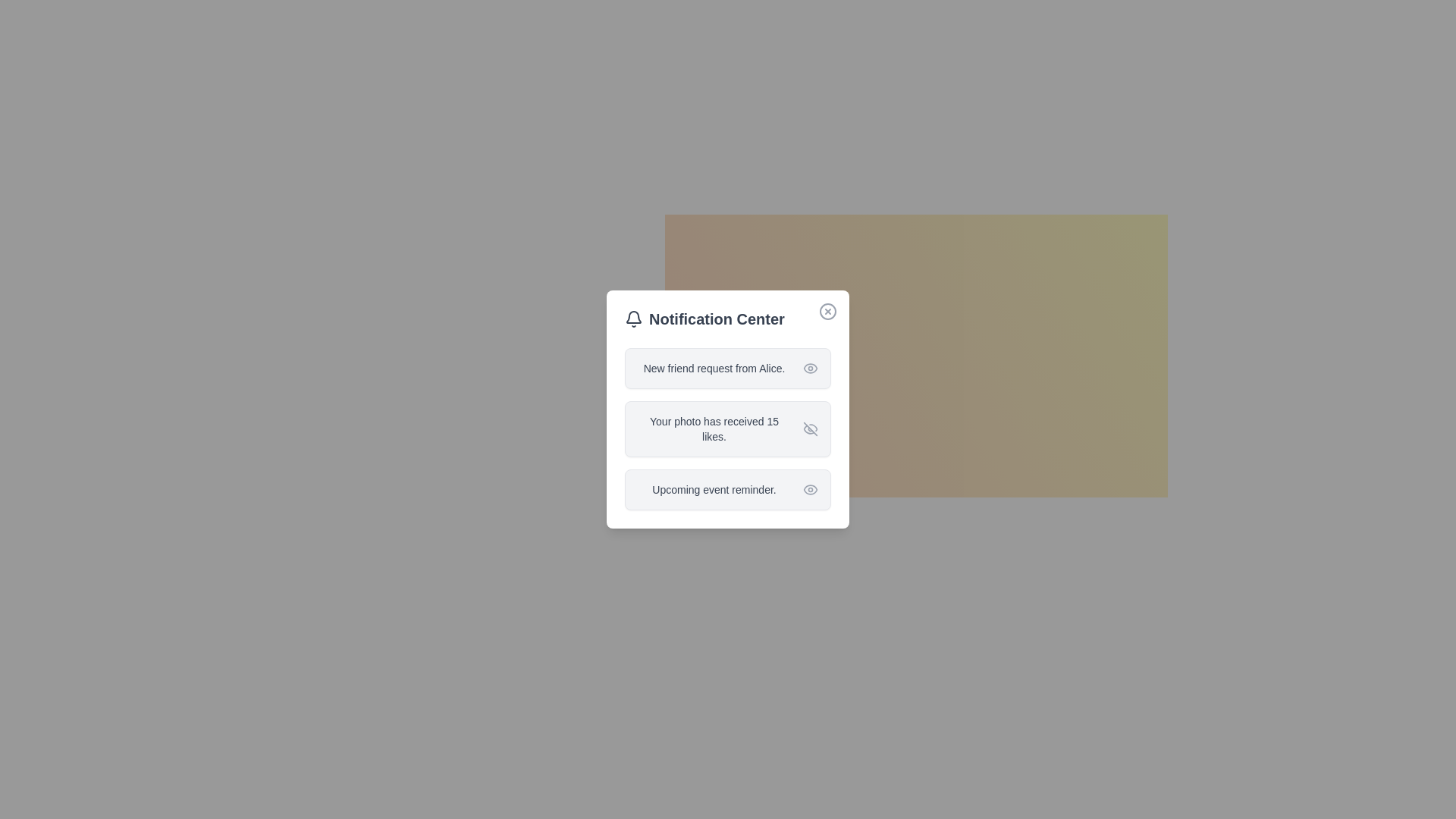  What do you see at coordinates (728, 429) in the screenshot?
I see `the notification text in the second notification card that indicates a photo has received likes, located in the Notification Center panel` at bounding box center [728, 429].